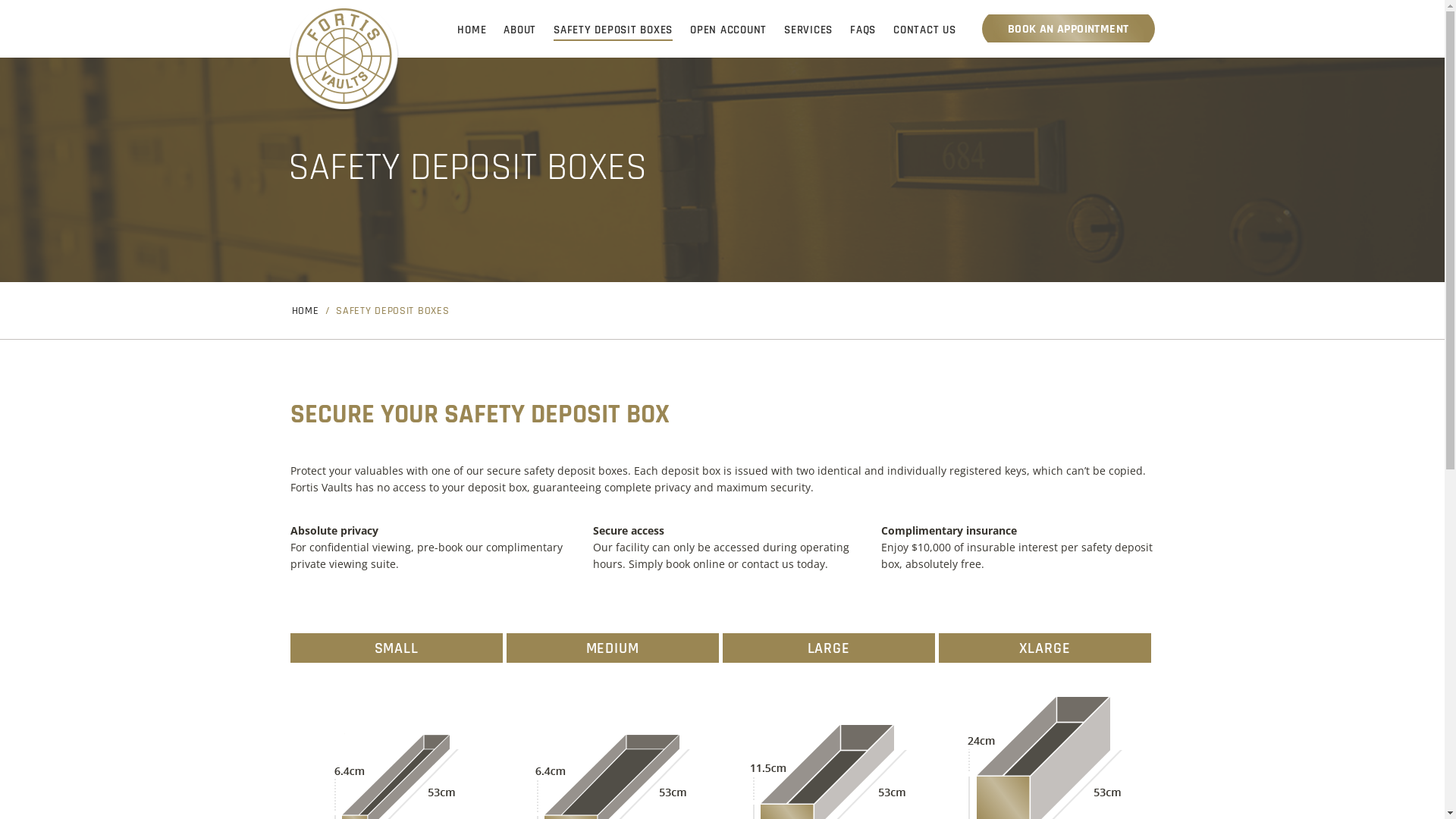  I want to click on 'SAFETY DEPOSIT BOXES', so click(392, 311).